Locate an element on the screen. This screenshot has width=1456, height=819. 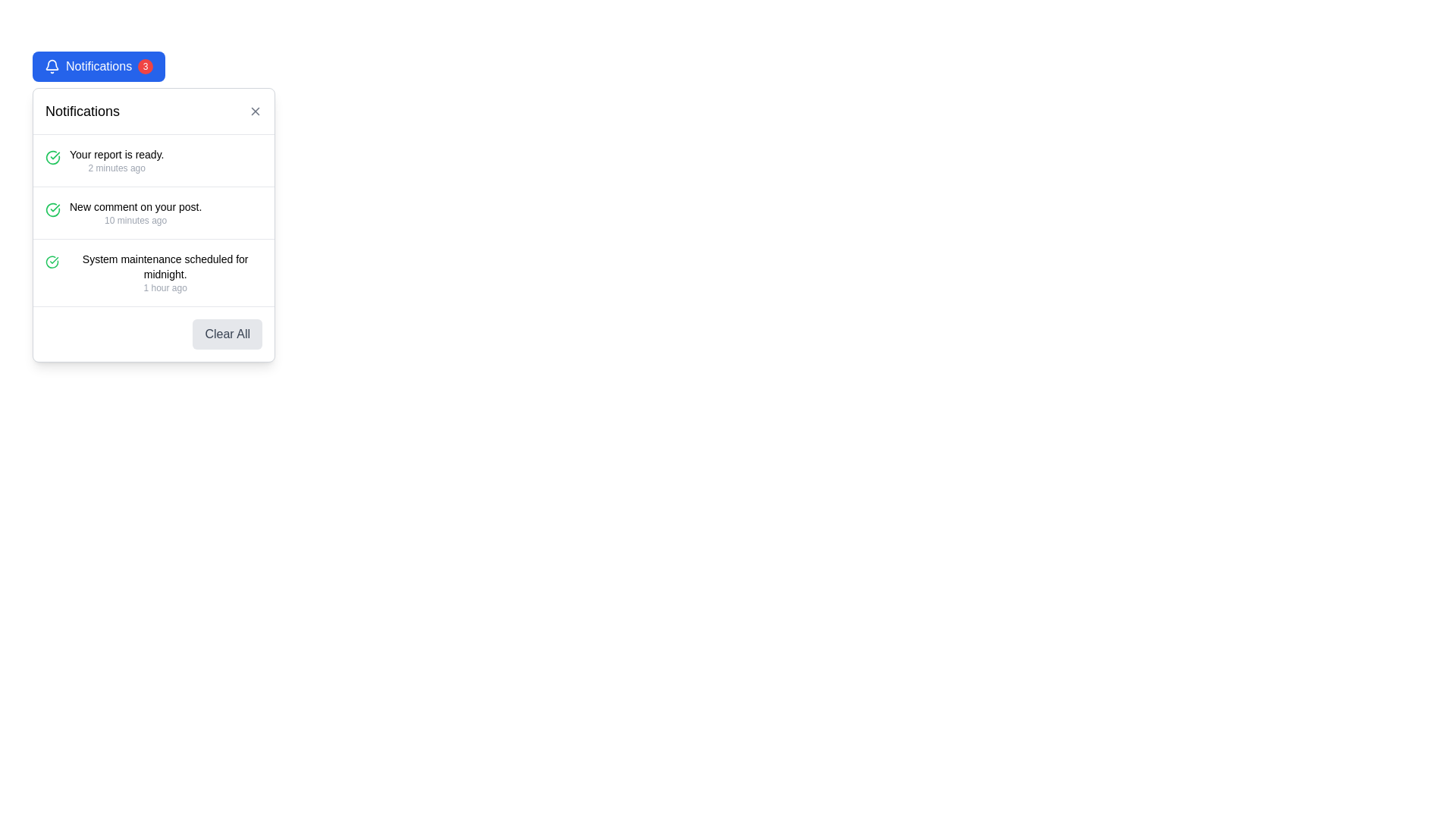
the third notification item in the vertically stacked notification list to associate the timestamp with the notification is located at coordinates (165, 271).